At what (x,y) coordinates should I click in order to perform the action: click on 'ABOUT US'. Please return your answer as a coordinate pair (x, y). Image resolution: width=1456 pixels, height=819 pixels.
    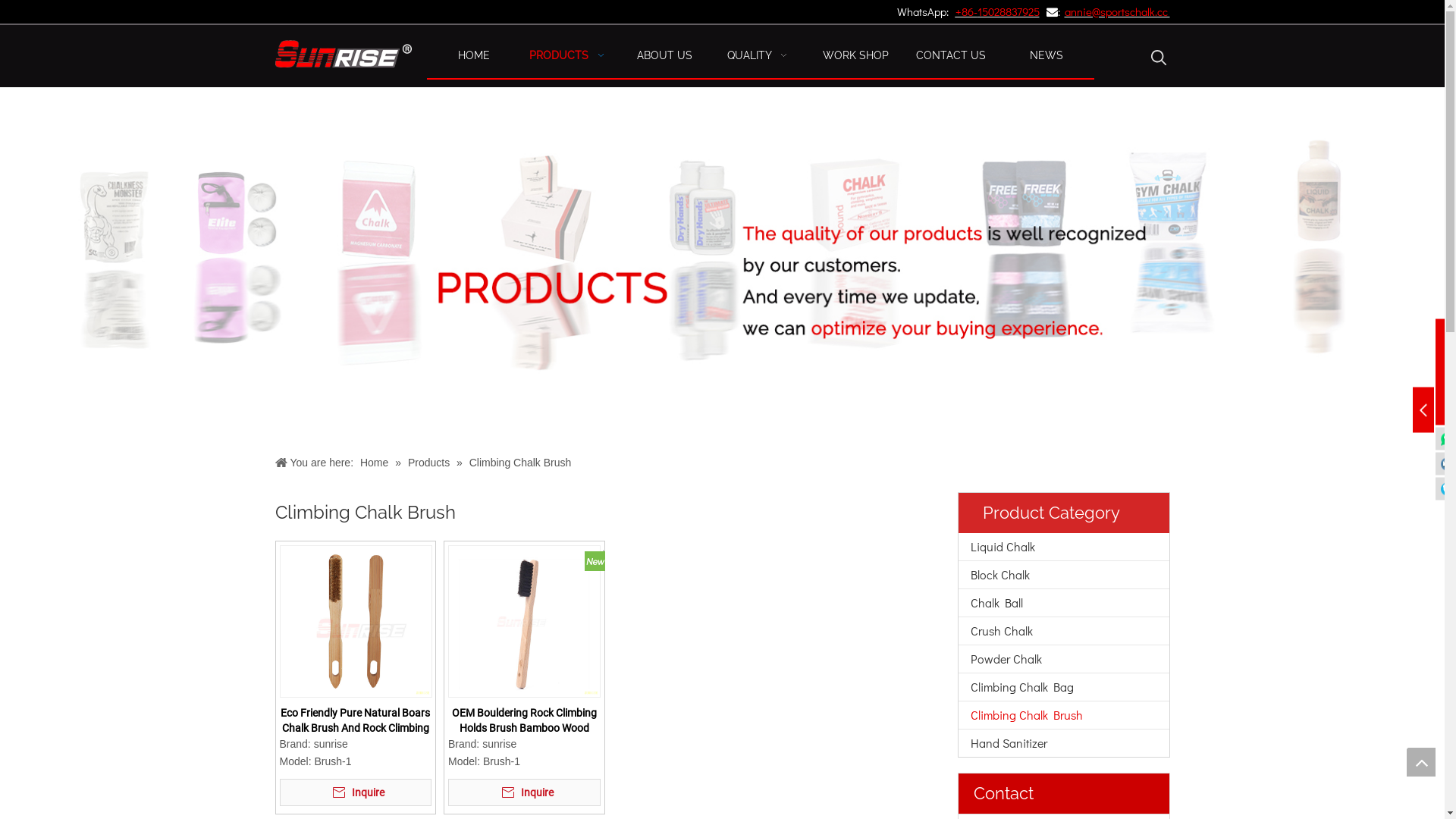
    Looking at the image, I should click on (665, 55).